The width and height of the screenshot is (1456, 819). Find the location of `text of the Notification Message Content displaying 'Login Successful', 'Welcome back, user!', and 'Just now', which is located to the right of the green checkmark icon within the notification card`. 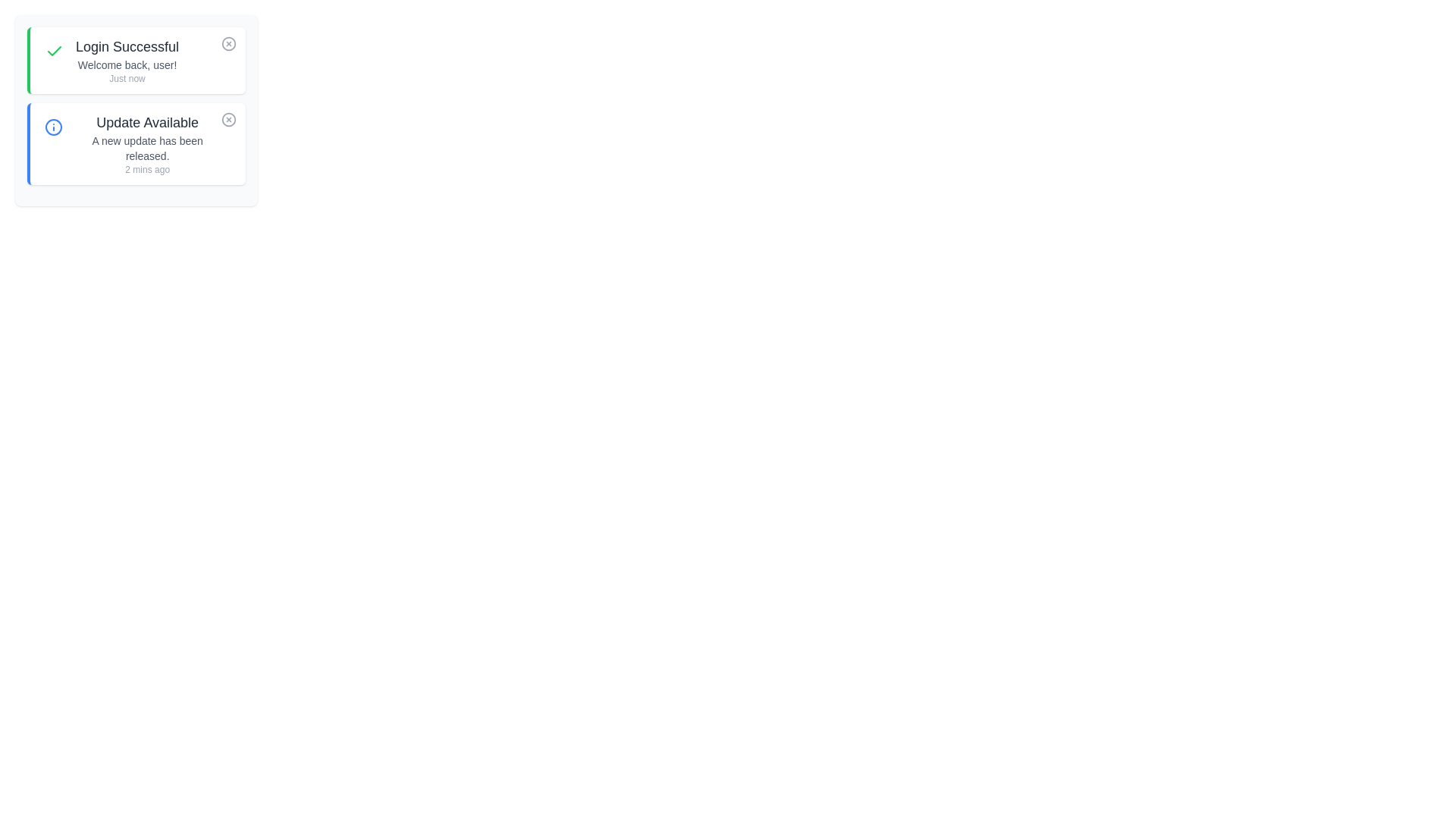

text of the Notification Message Content displaying 'Login Successful', 'Welcome back, user!', and 'Just now', which is located to the right of the green checkmark icon within the notification card is located at coordinates (127, 60).